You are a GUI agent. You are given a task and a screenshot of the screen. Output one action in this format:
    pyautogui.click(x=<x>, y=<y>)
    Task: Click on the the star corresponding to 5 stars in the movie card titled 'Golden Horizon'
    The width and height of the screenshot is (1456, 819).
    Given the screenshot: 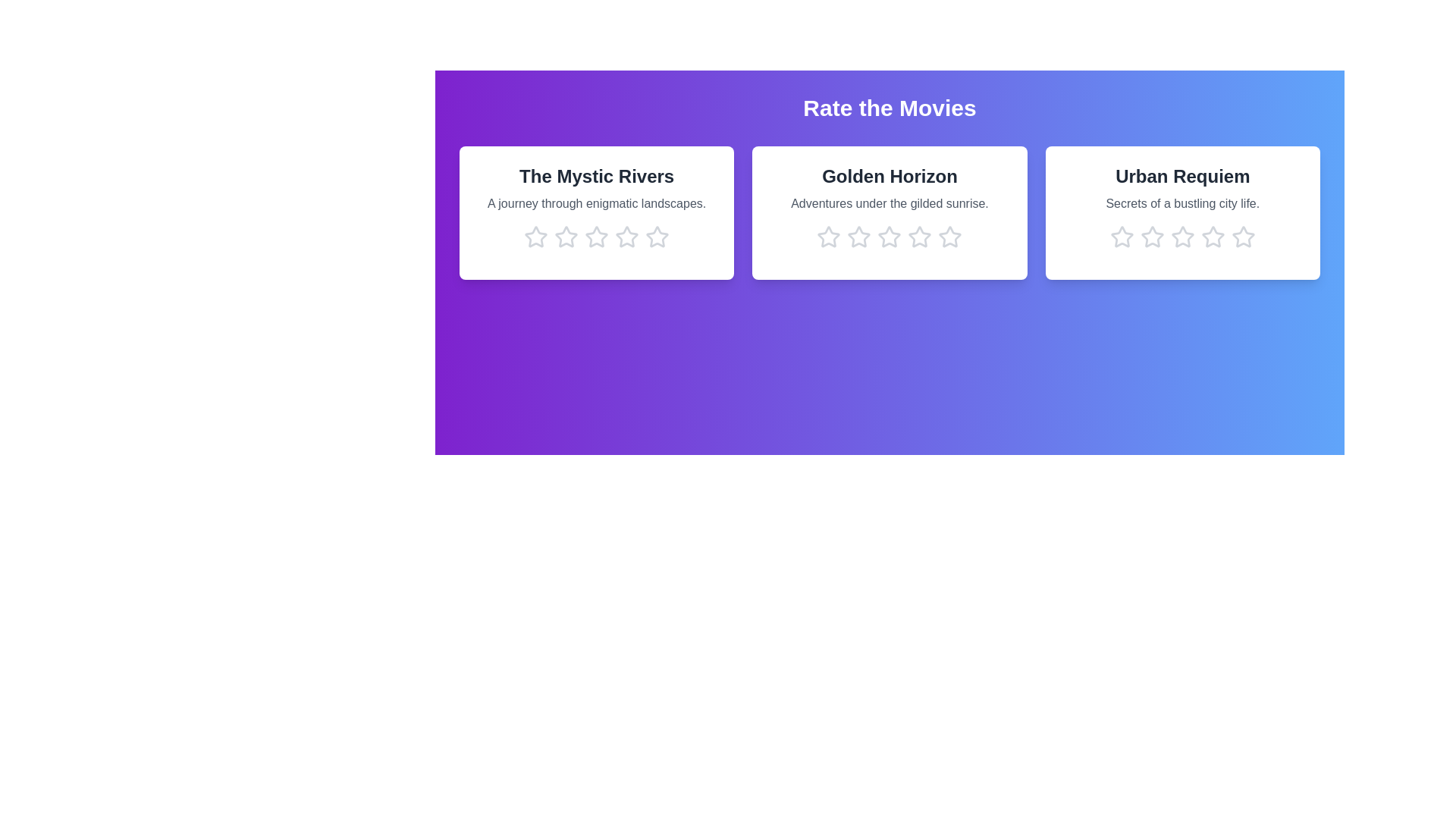 What is the action you would take?
    pyautogui.click(x=949, y=237)
    